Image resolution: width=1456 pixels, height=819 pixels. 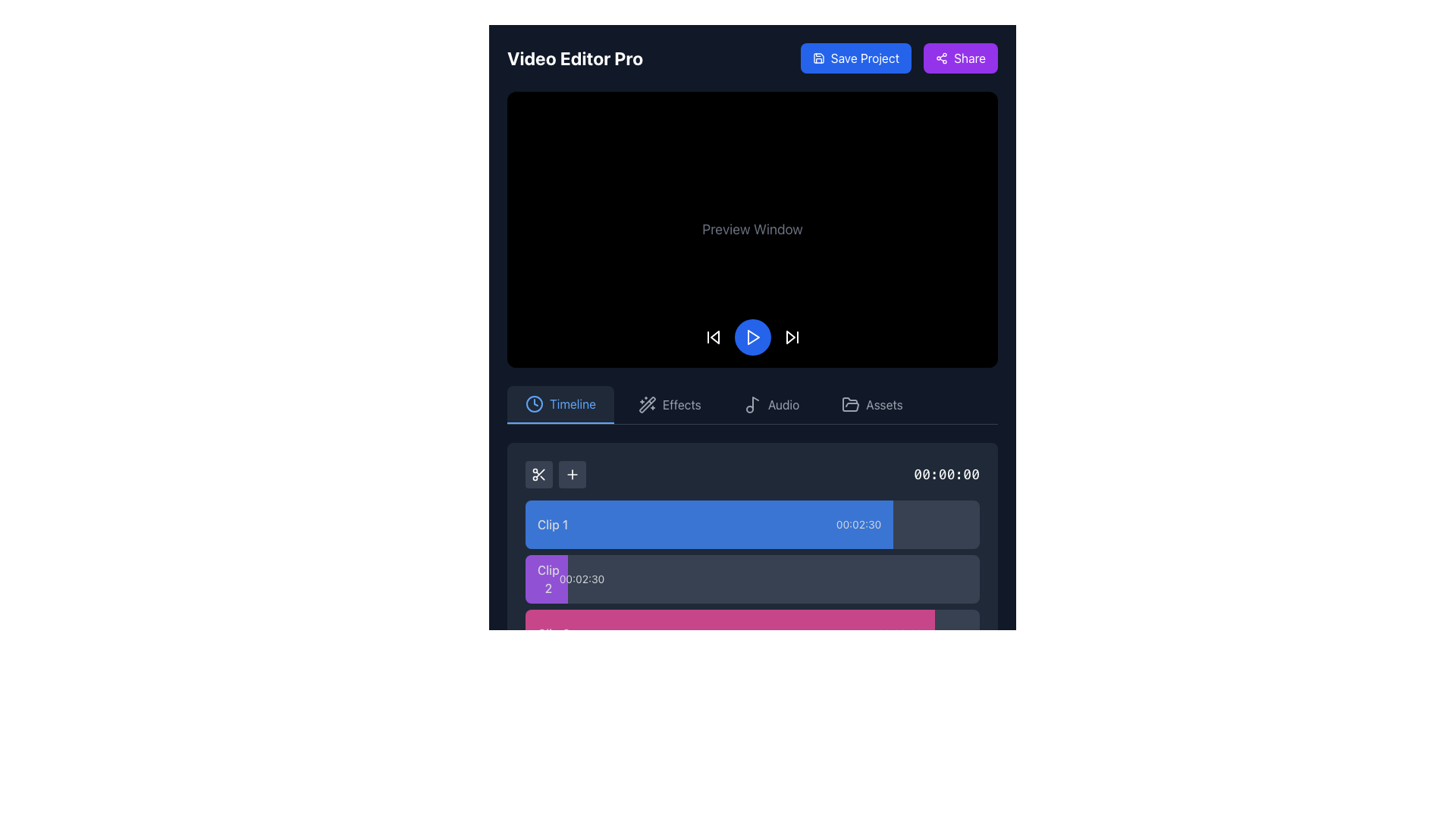 What do you see at coordinates (752, 229) in the screenshot?
I see `the 'Preview Window' area, which is a rectangular section with a black background and rounded corners, displaying the text 'Preview Window' in gray, along with media control buttons below it` at bounding box center [752, 229].